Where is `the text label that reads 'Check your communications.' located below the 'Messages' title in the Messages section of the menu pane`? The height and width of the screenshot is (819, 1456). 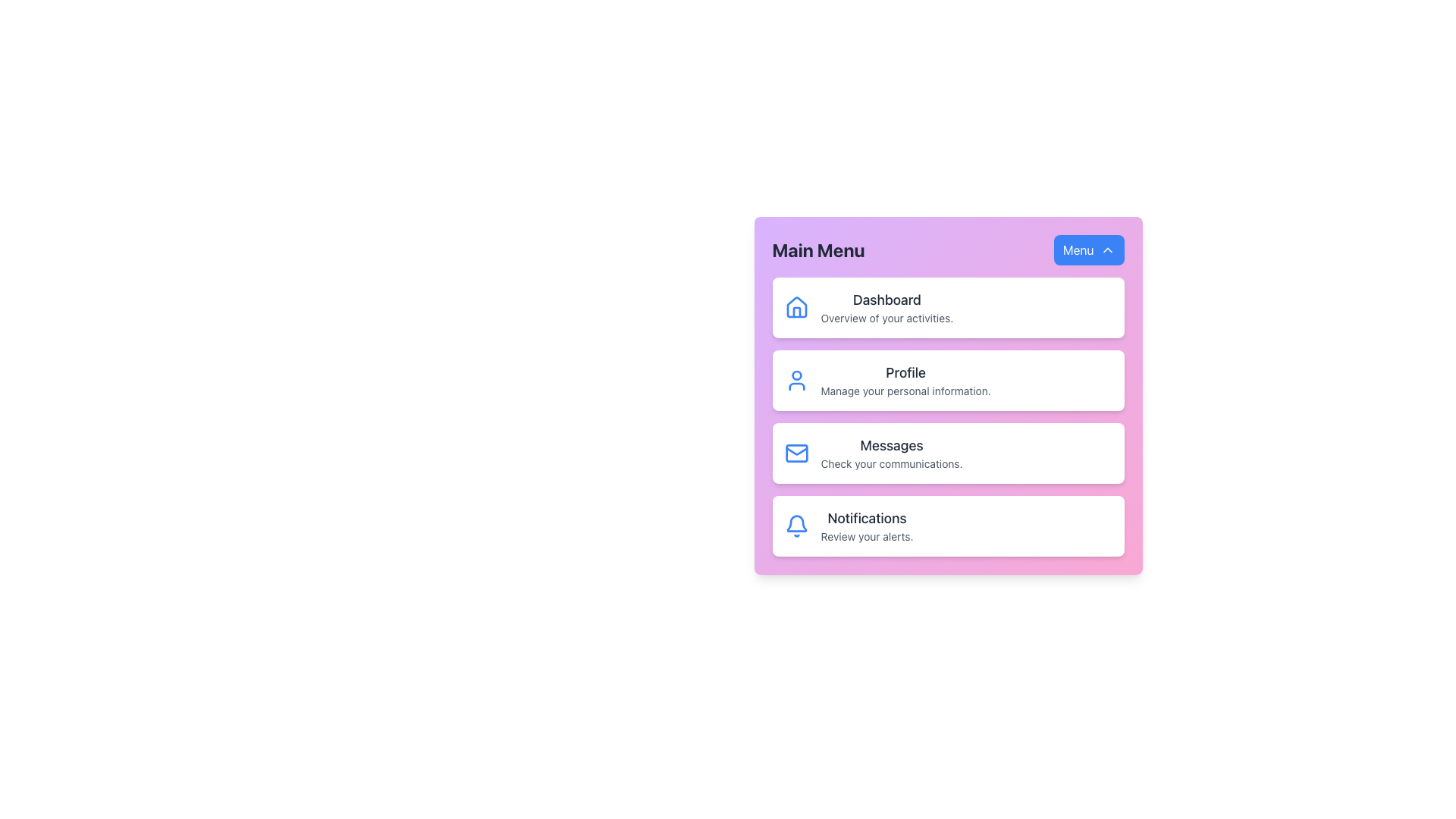 the text label that reads 'Check your communications.' located below the 'Messages' title in the Messages section of the menu pane is located at coordinates (892, 463).